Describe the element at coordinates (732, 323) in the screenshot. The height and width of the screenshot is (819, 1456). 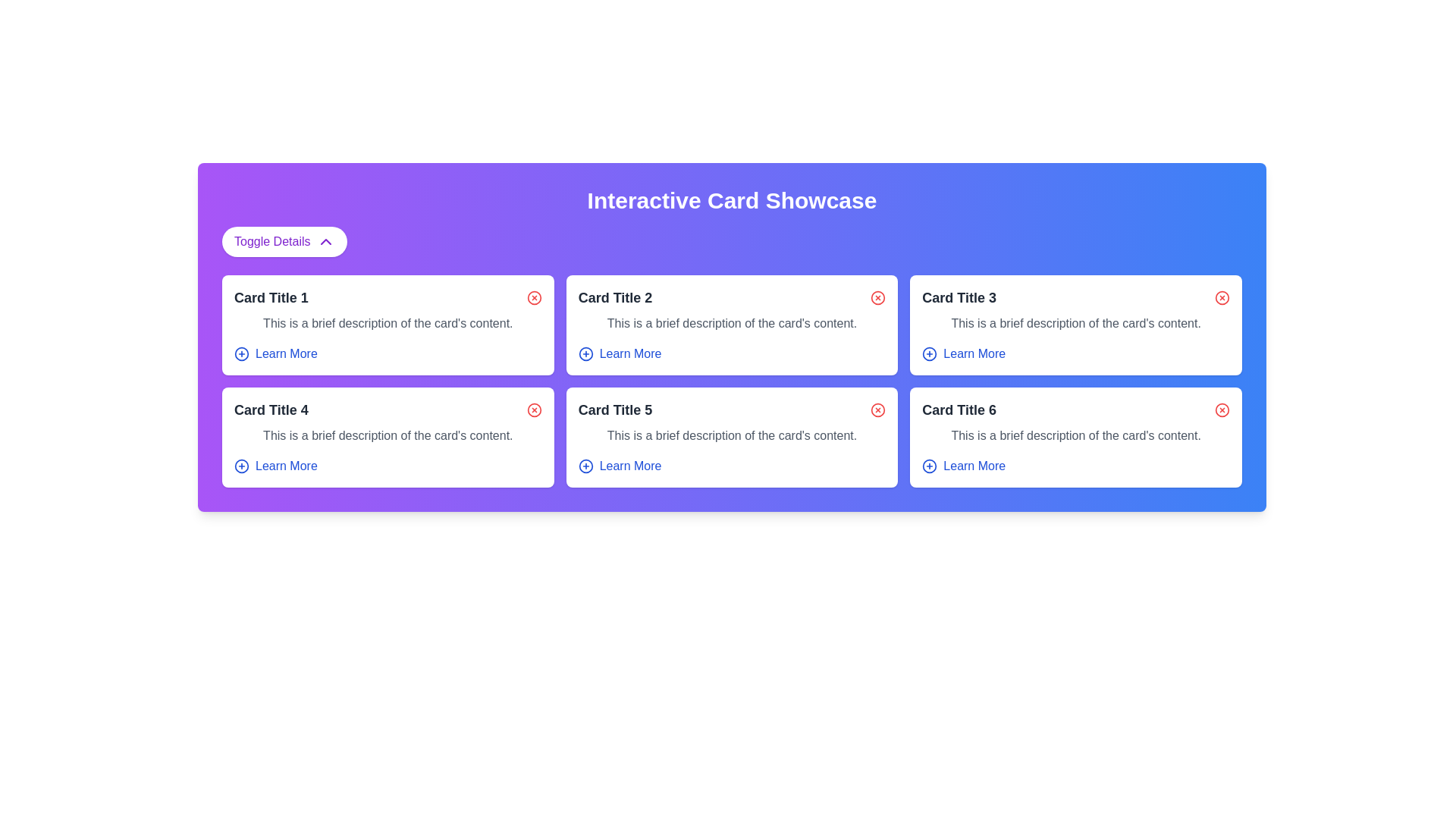
I see `the textual content area that displays 'This is a brief description of the card's content.' located in the second card of the first row, below 'Card Title 2' and above the 'Learn More' link` at that location.